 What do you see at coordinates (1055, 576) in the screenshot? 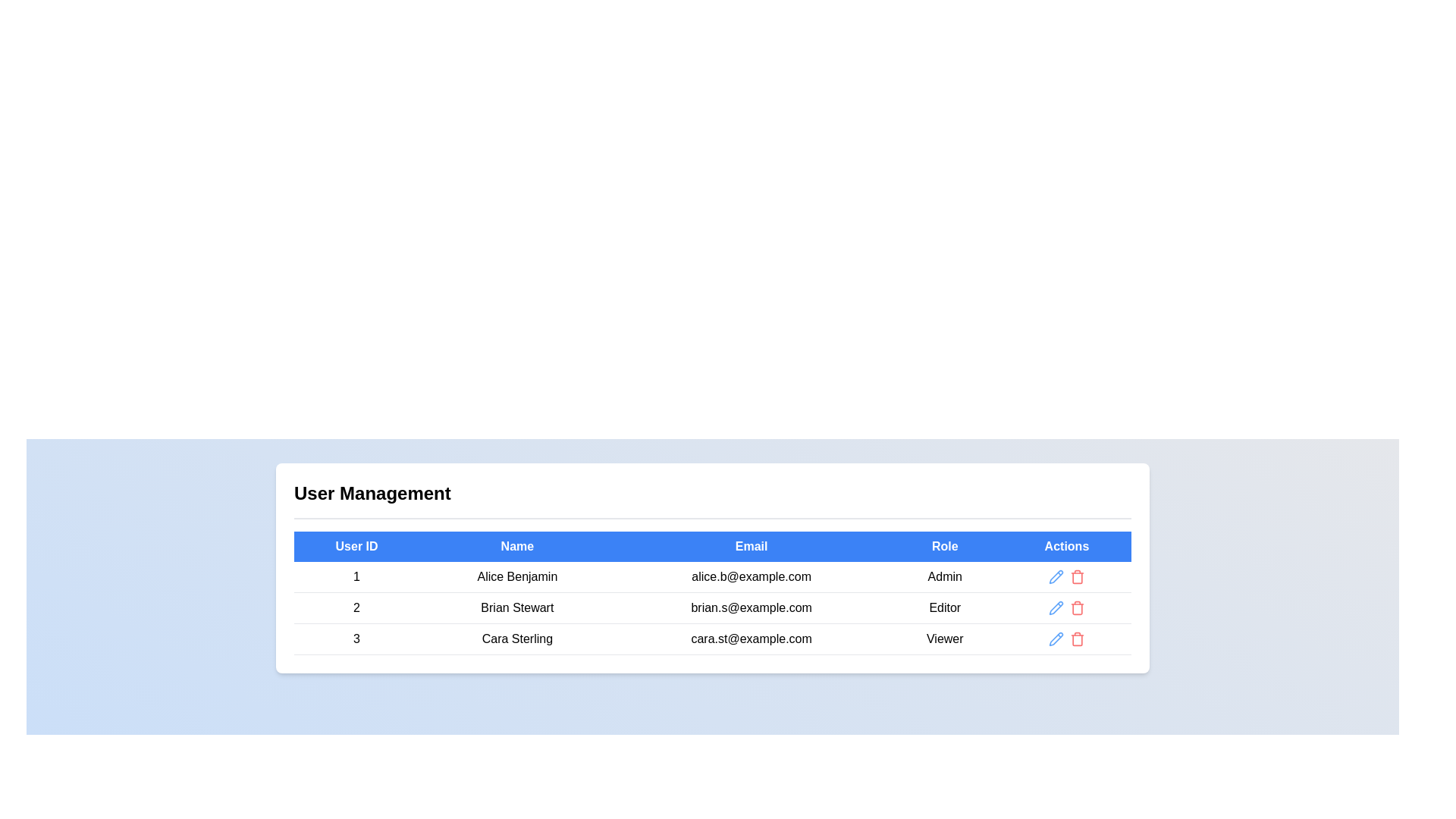
I see `the pencil icon button in the 'Actions' column of the first user's row to initiate editing the row's data` at bounding box center [1055, 576].